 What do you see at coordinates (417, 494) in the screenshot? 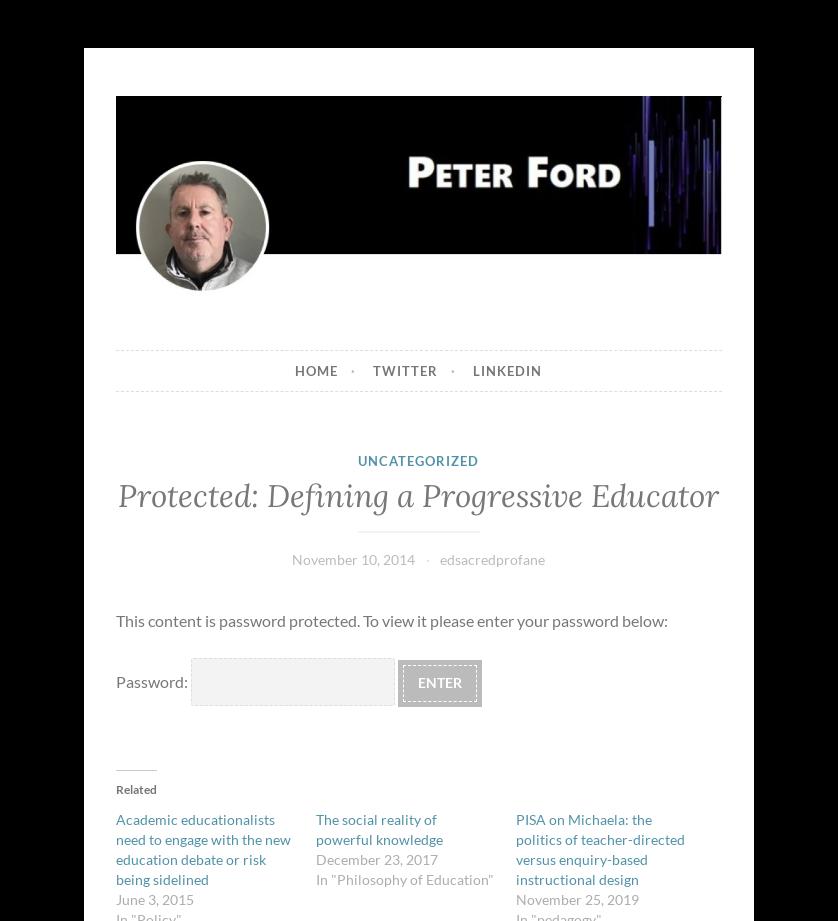
I see `'Protected: Defining a Progressive Educator'` at bounding box center [417, 494].